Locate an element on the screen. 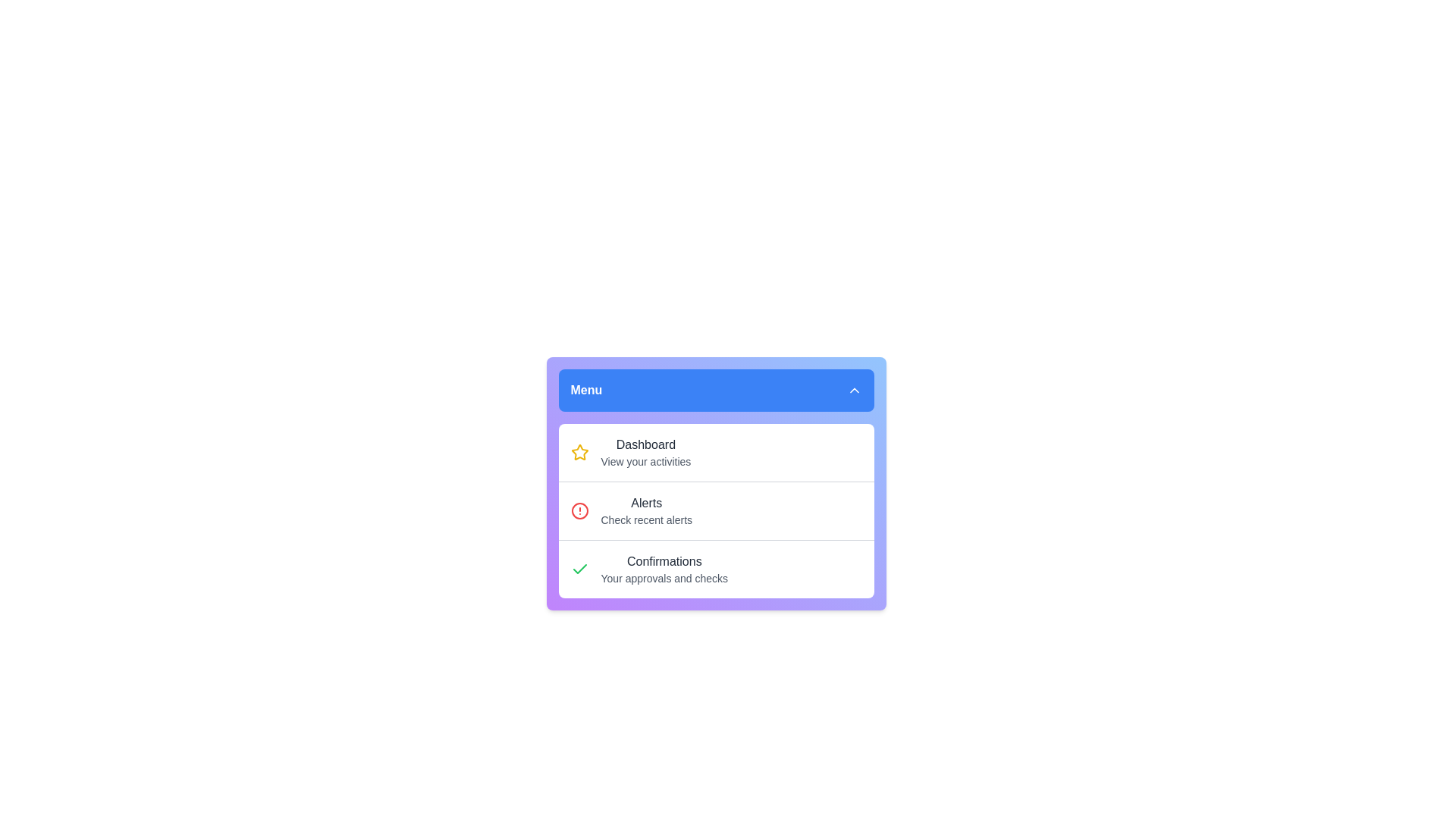 Image resolution: width=1456 pixels, height=819 pixels. the 'Dashboard' navigation list item is located at coordinates (715, 452).